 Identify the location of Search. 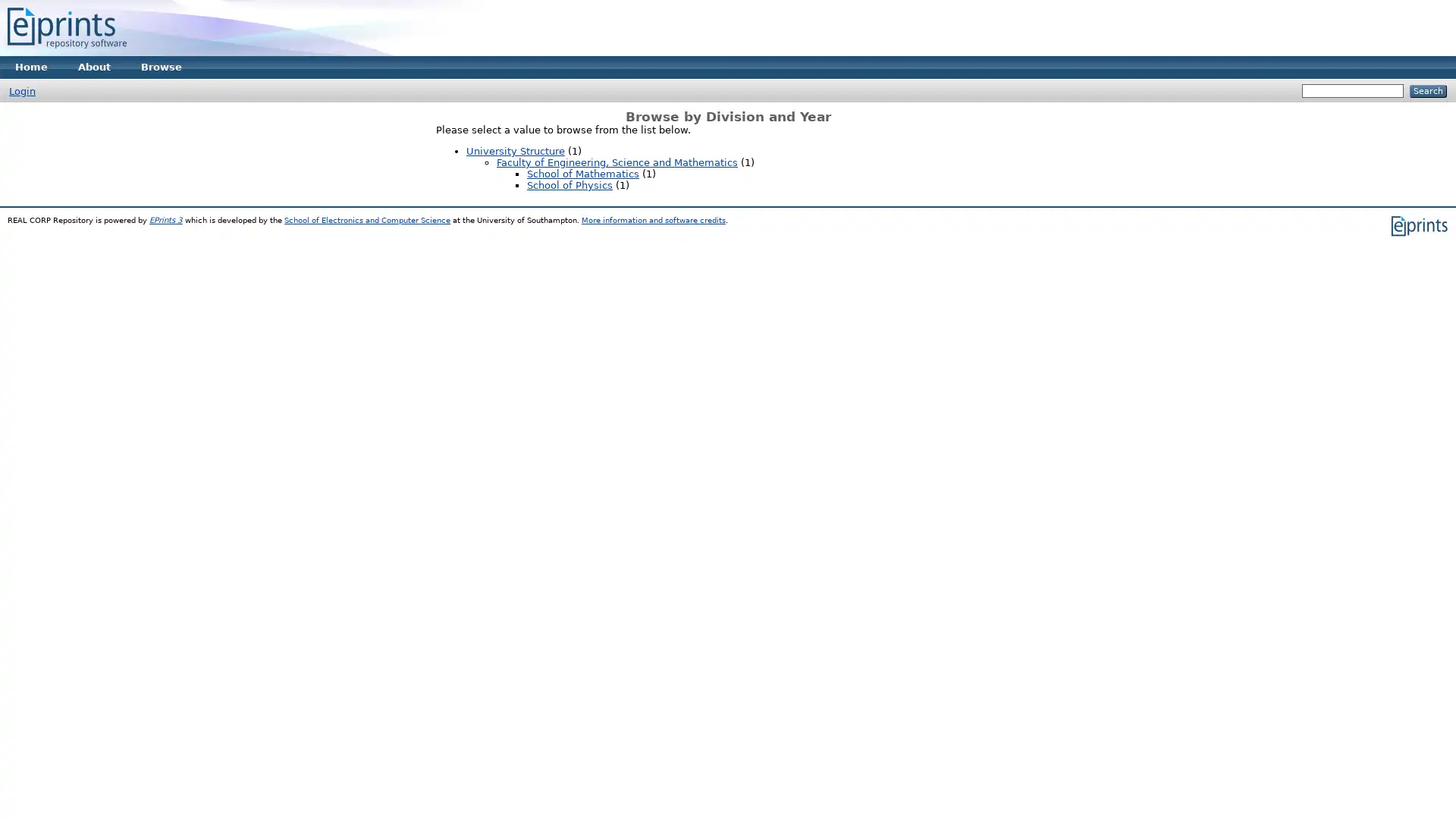
(1427, 91).